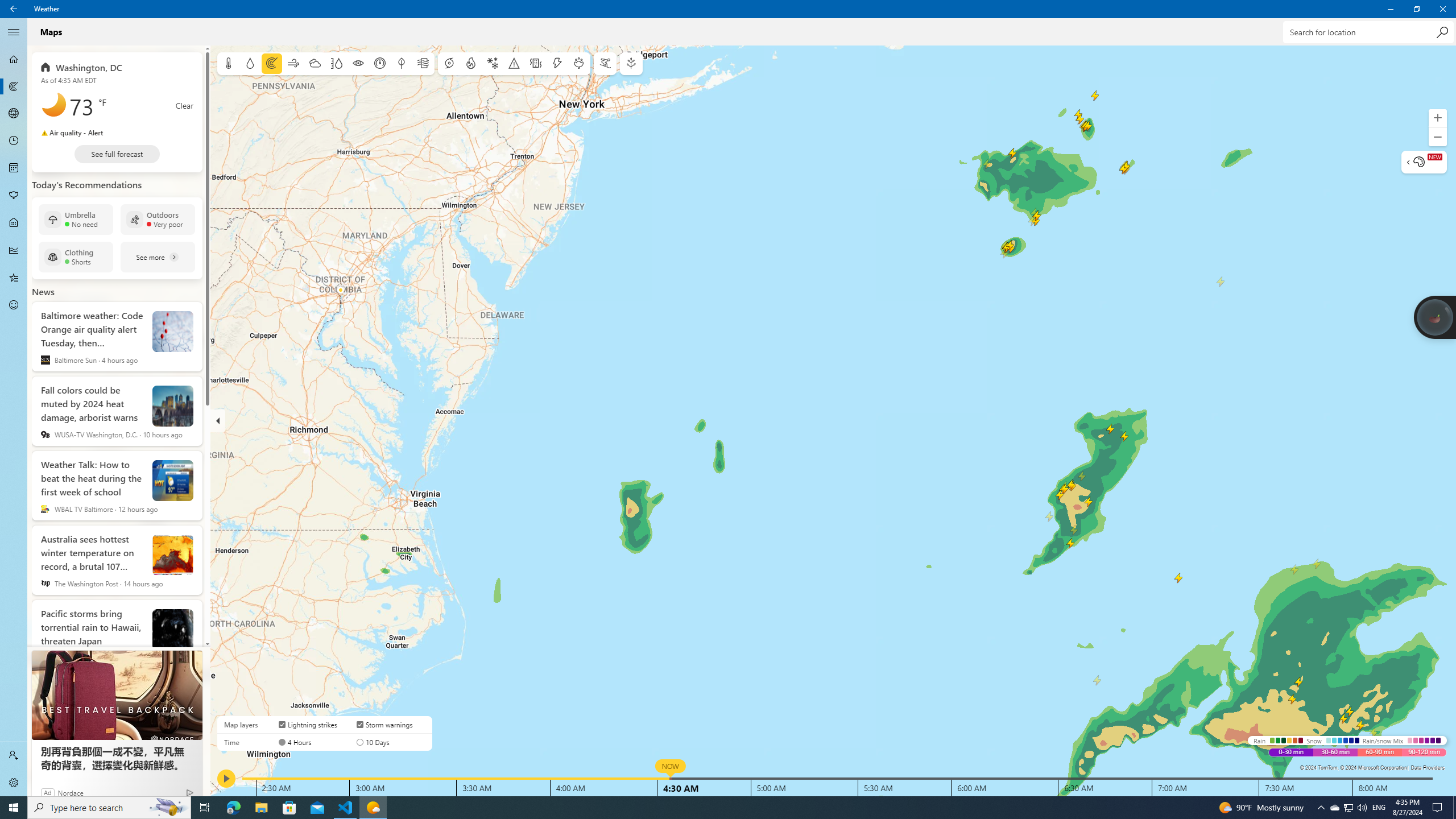 The height and width of the screenshot is (819, 1456). Describe the element at coordinates (14, 31) in the screenshot. I see `'Collapse Navigation'` at that location.